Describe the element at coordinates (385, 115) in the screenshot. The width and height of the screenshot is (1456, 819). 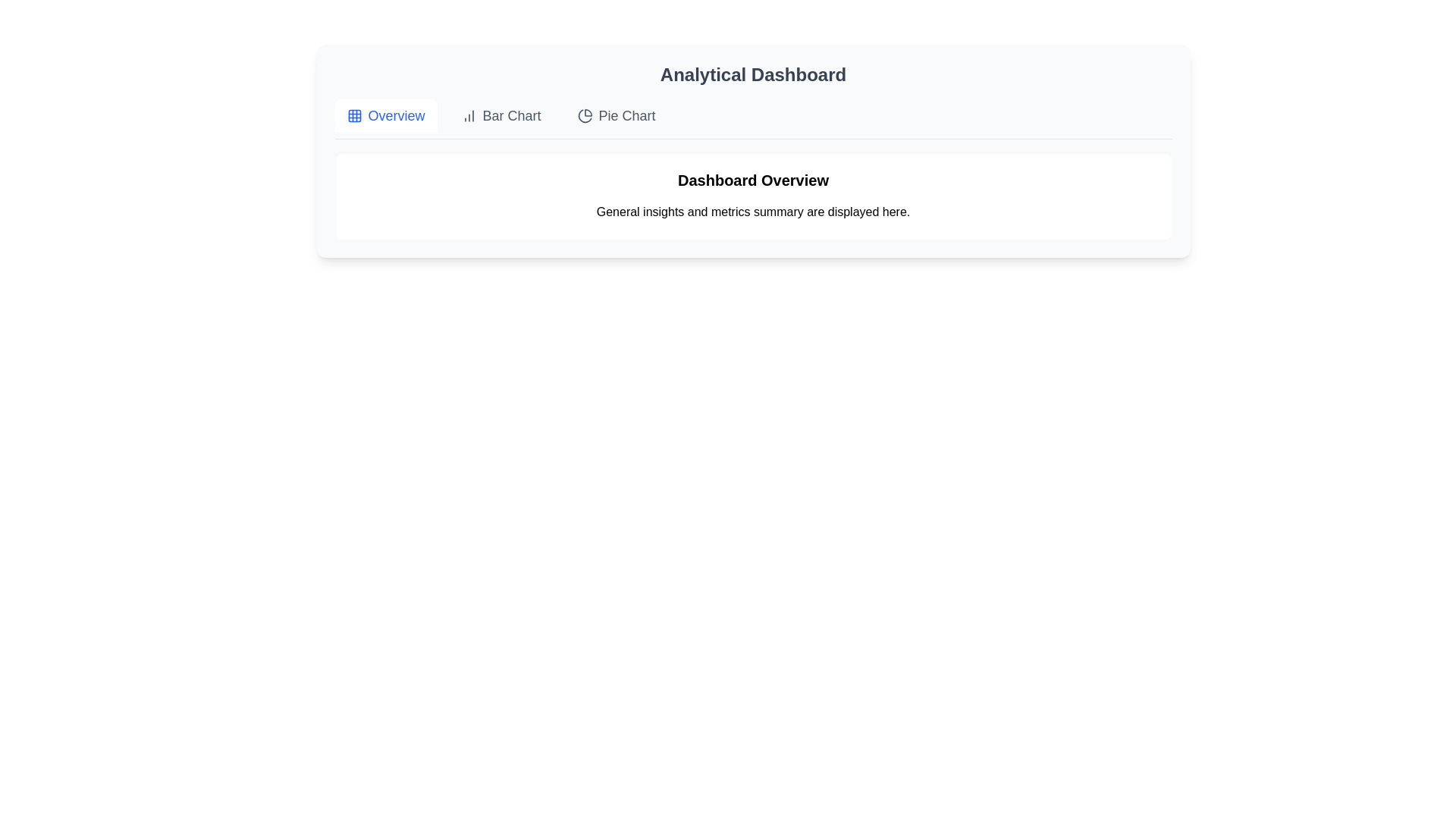
I see `the first Navigation Tab on the left side` at that location.